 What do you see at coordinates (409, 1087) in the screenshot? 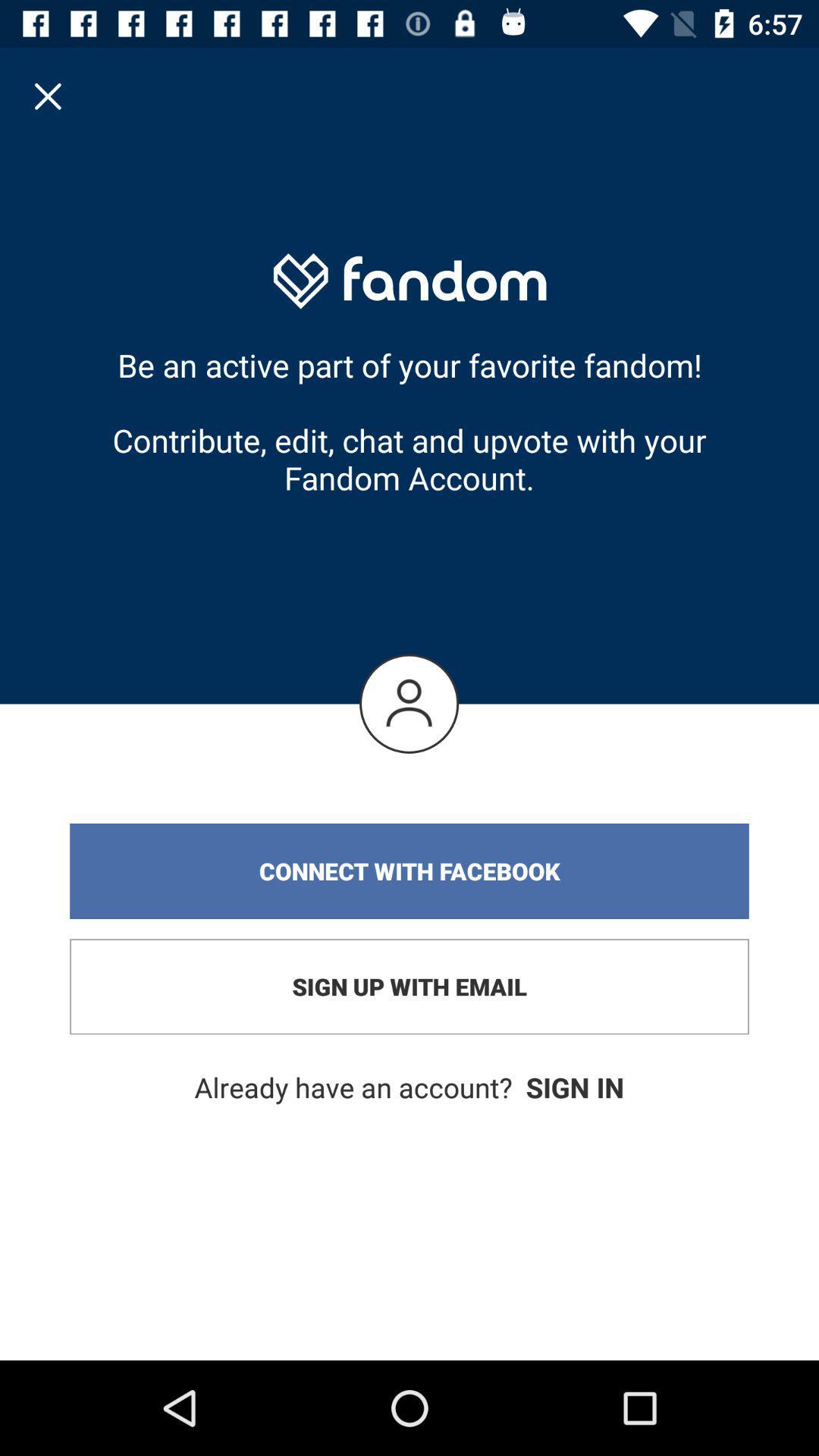
I see `the already have an icon` at bounding box center [409, 1087].